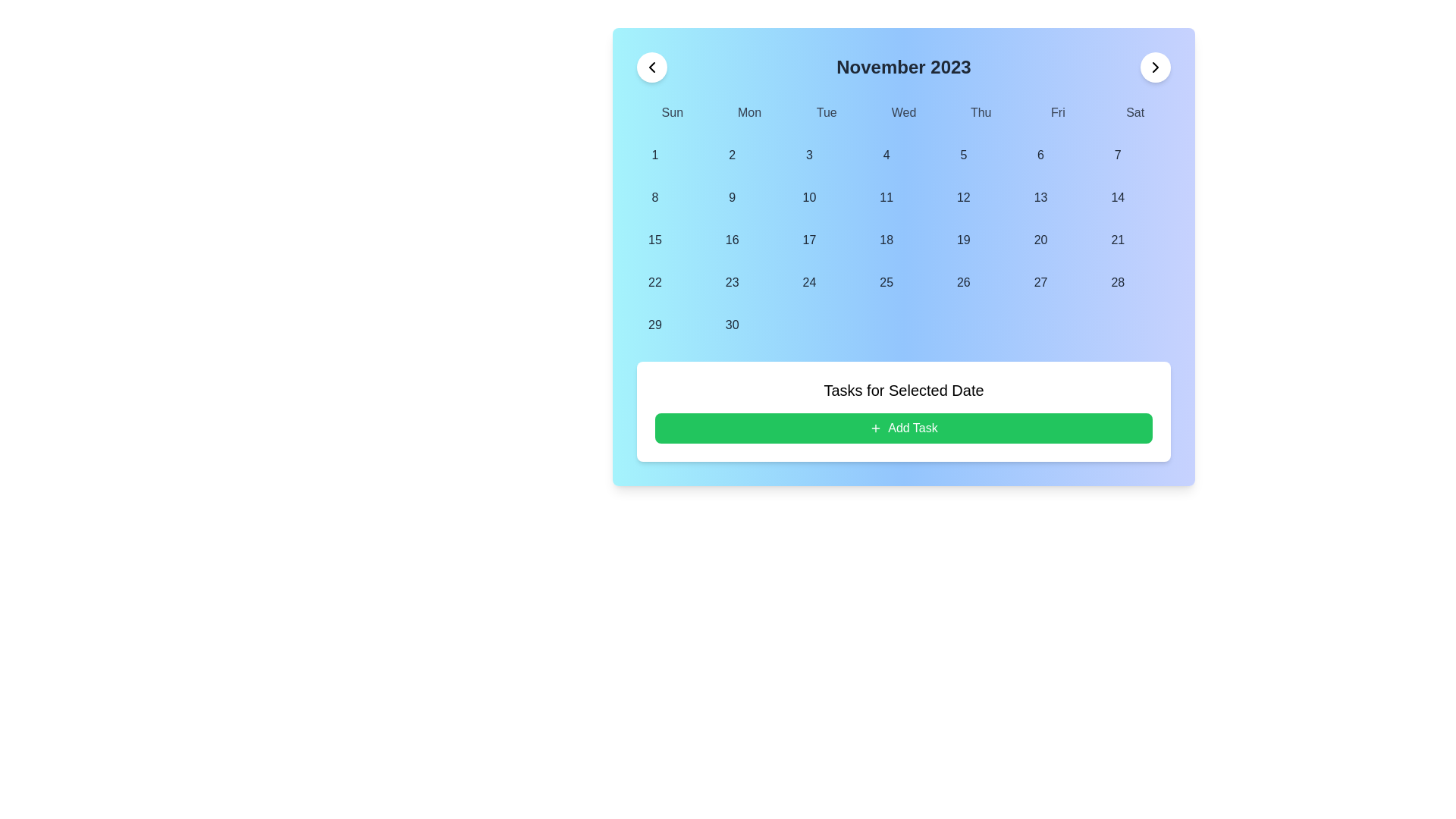 Image resolution: width=1456 pixels, height=819 pixels. Describe the element at coordinates (1040, 239) in the screenshot. I see `the square-shaped button with rounded corners that displays the number '20' in bold, dark font` at that location.